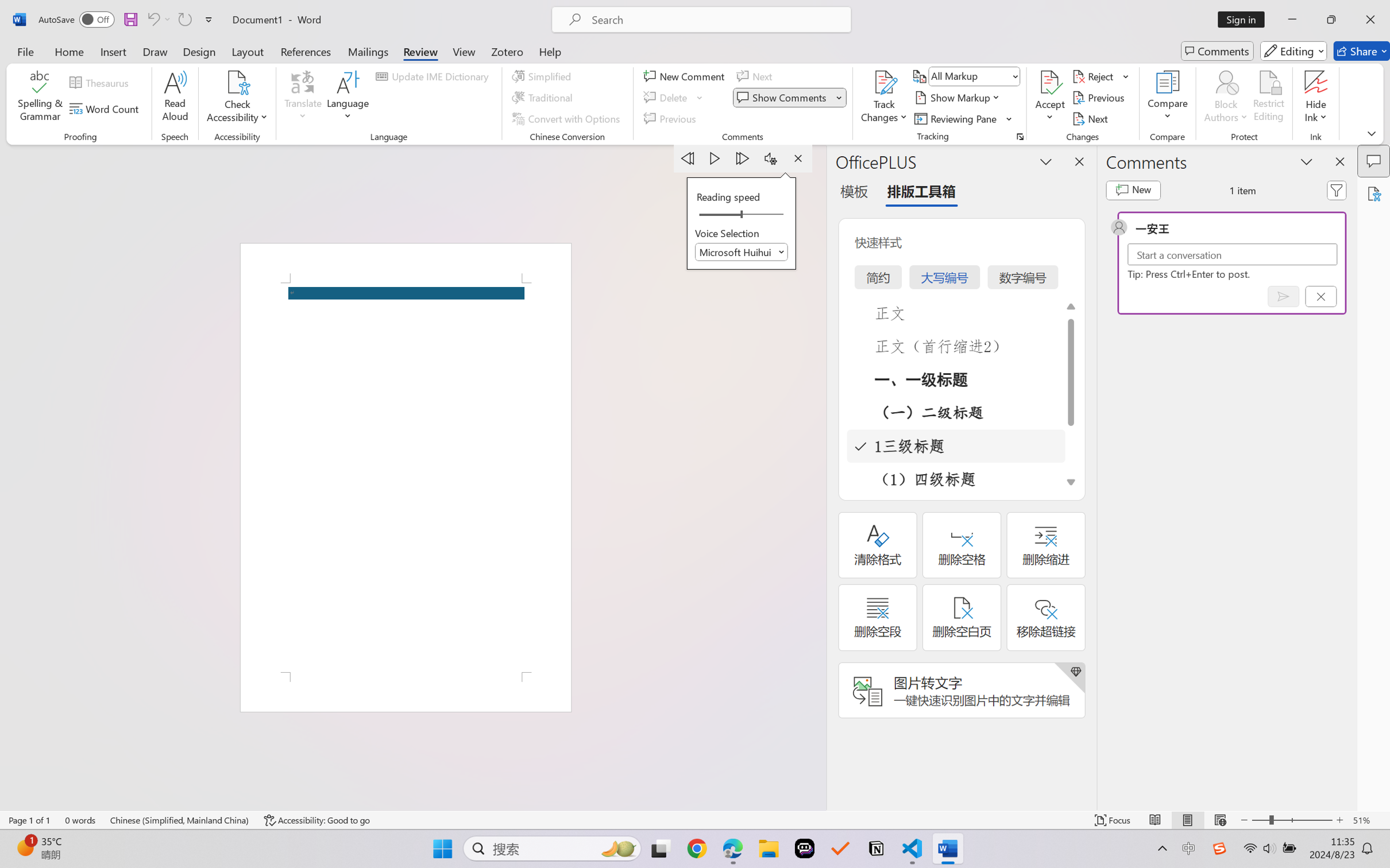  What do you see at coordinates (1232, 254) in the screenshot?
I see `'Start a conversation'` at bounding box center [1232, 254].